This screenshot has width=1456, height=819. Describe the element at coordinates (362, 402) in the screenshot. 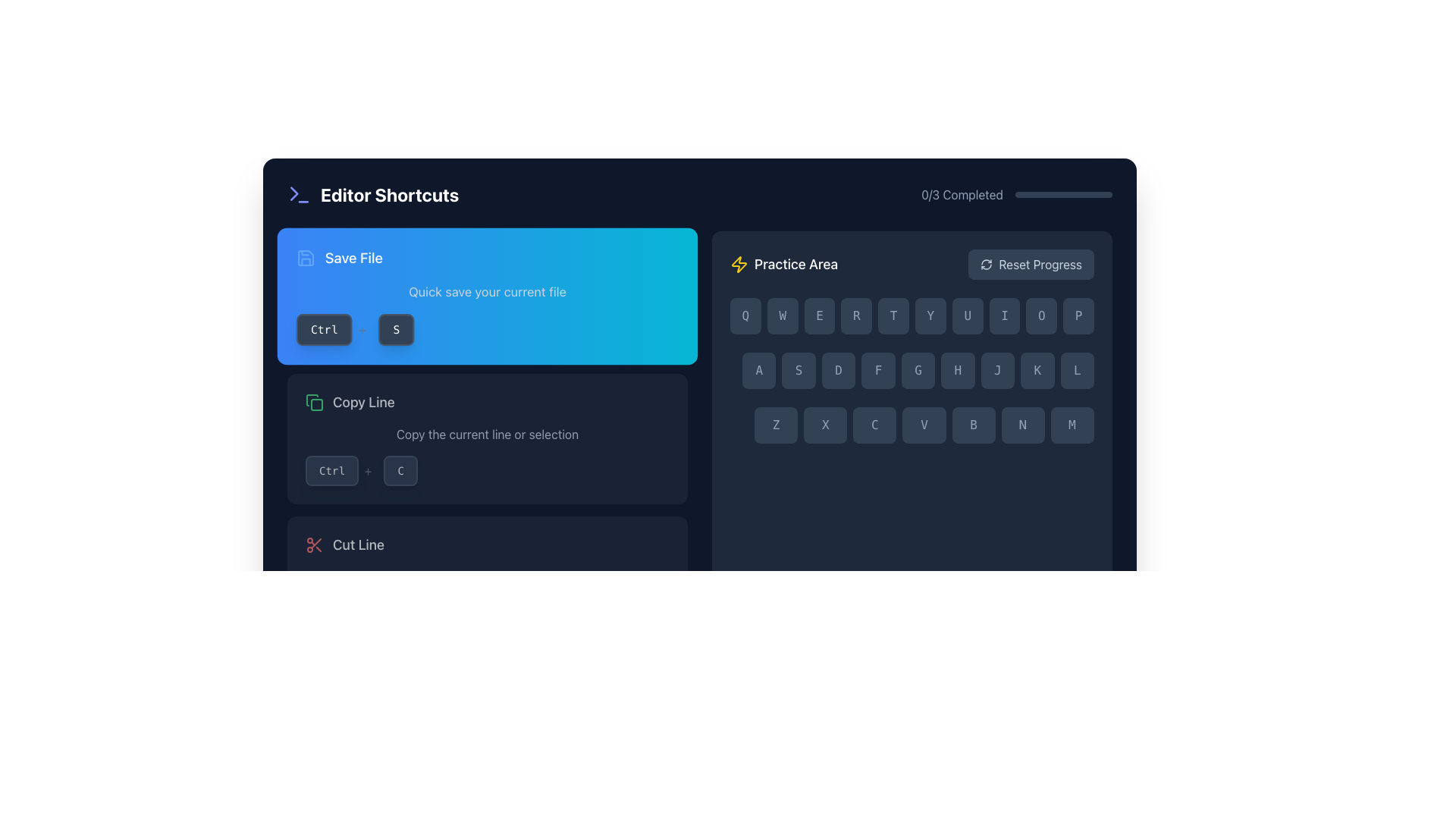

I see `the 'Copy Line' text element, which is styled in a large, white font and is located beside a green document copy icon within the 'Editor Shortcuts' panel` at that location.